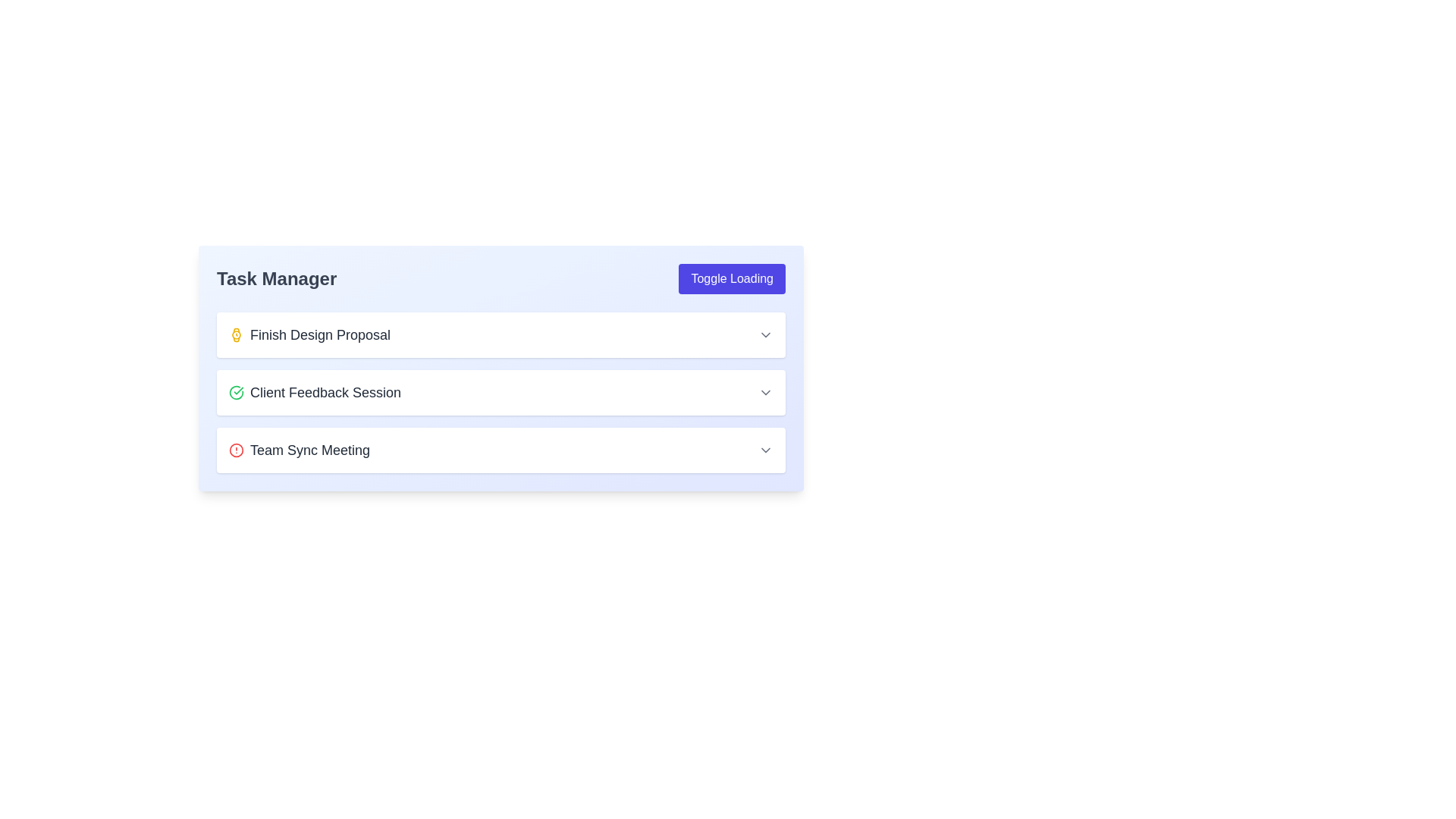  I want to click on the text label displaying 'Finish Design Proposal', which is located in the first task row of the task manager interface, centered to the right of an icon, so click(319, 334).